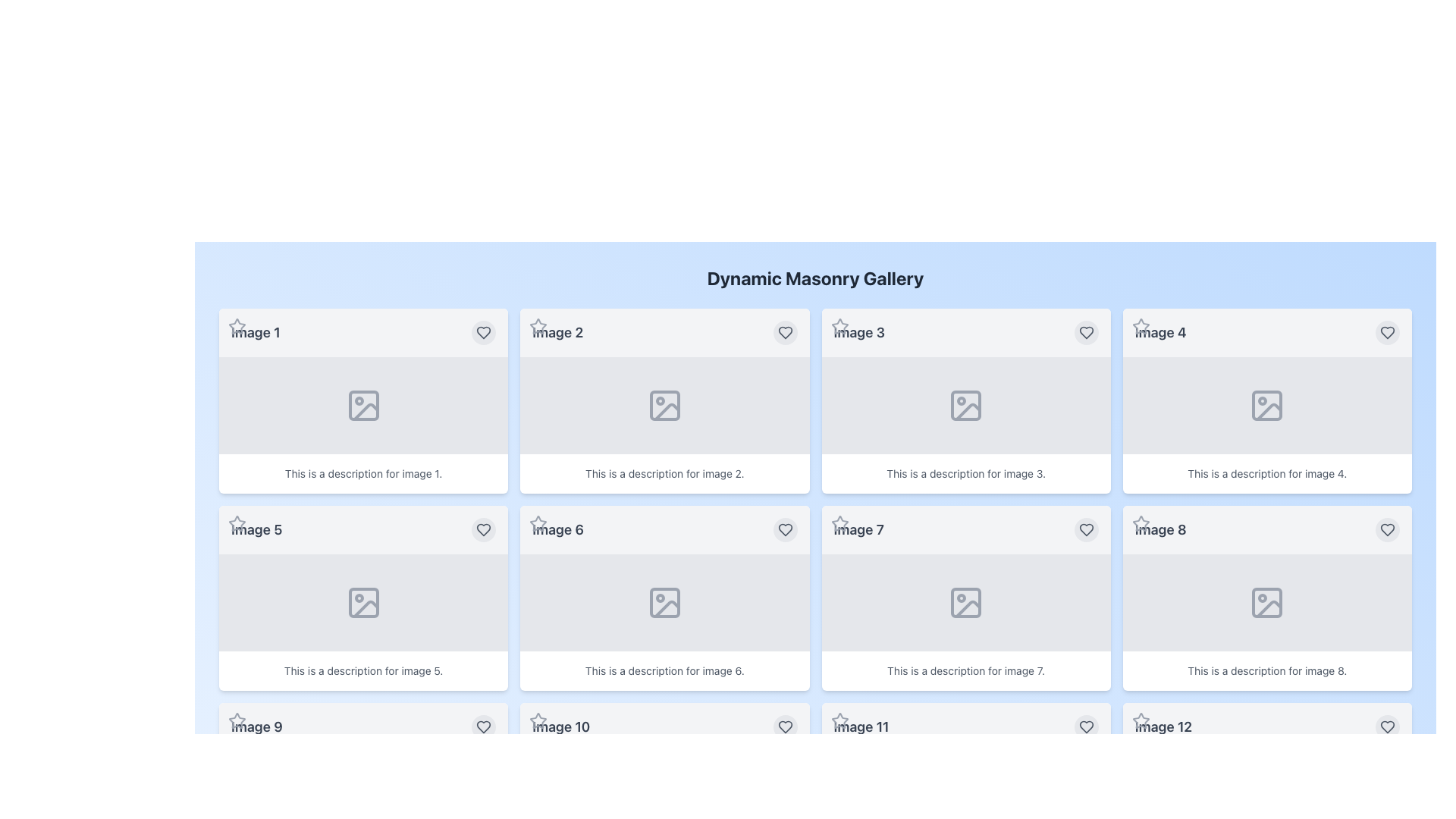 Image resolution: width=1456 pixels, height=819 pixels. What do you see at coordinates (1085, 529) in the screenshot?
I see `the heart-shaped outline icon button in the top-right corner of the card for 'Image 7' to like or favorite it` at bounding box center [1085, 529].